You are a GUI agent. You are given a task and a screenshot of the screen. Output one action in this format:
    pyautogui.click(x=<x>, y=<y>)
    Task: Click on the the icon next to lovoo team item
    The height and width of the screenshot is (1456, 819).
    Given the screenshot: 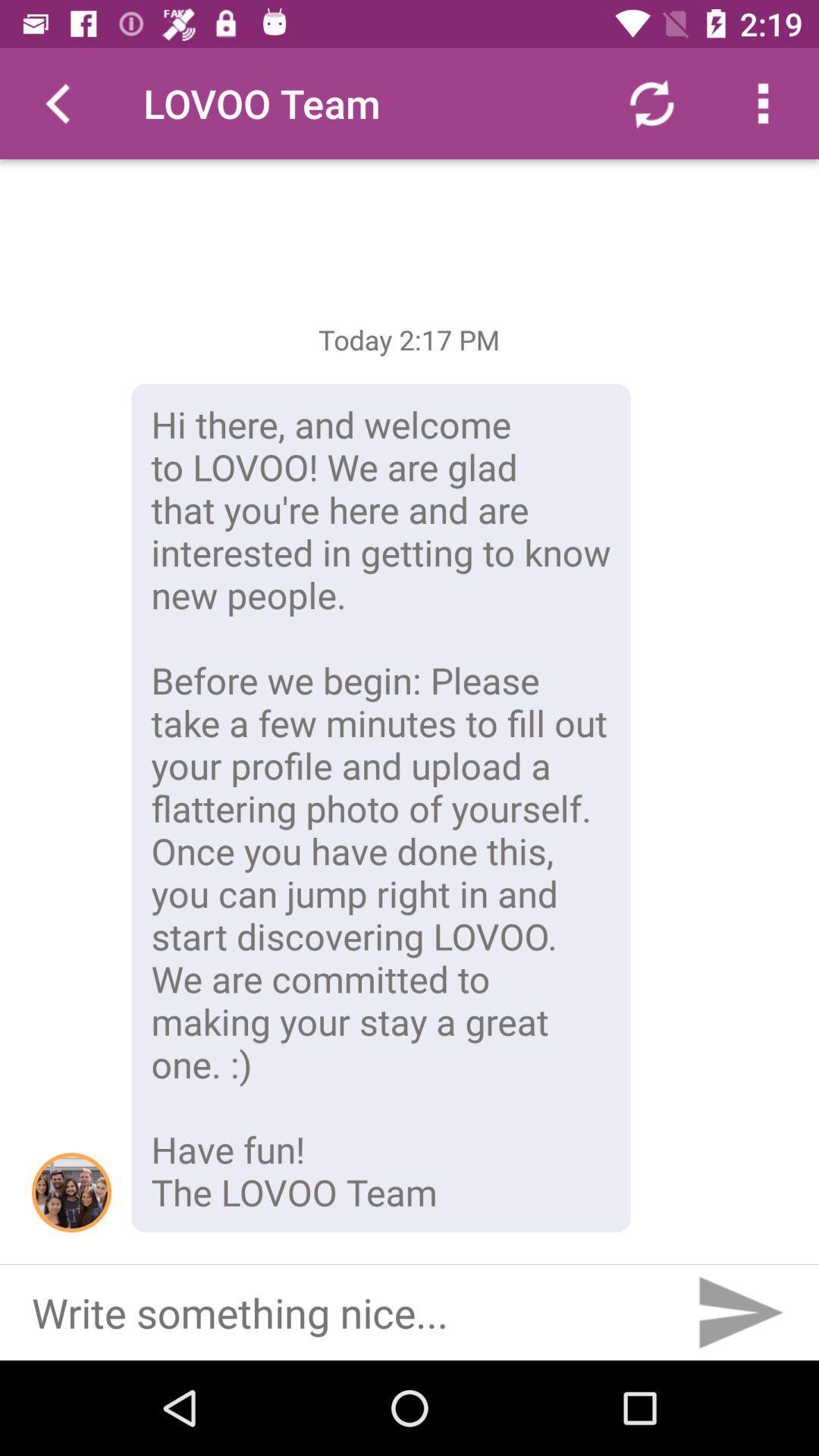 What is the action you would take?
    pyautogui.click(x=55, y=102)
    